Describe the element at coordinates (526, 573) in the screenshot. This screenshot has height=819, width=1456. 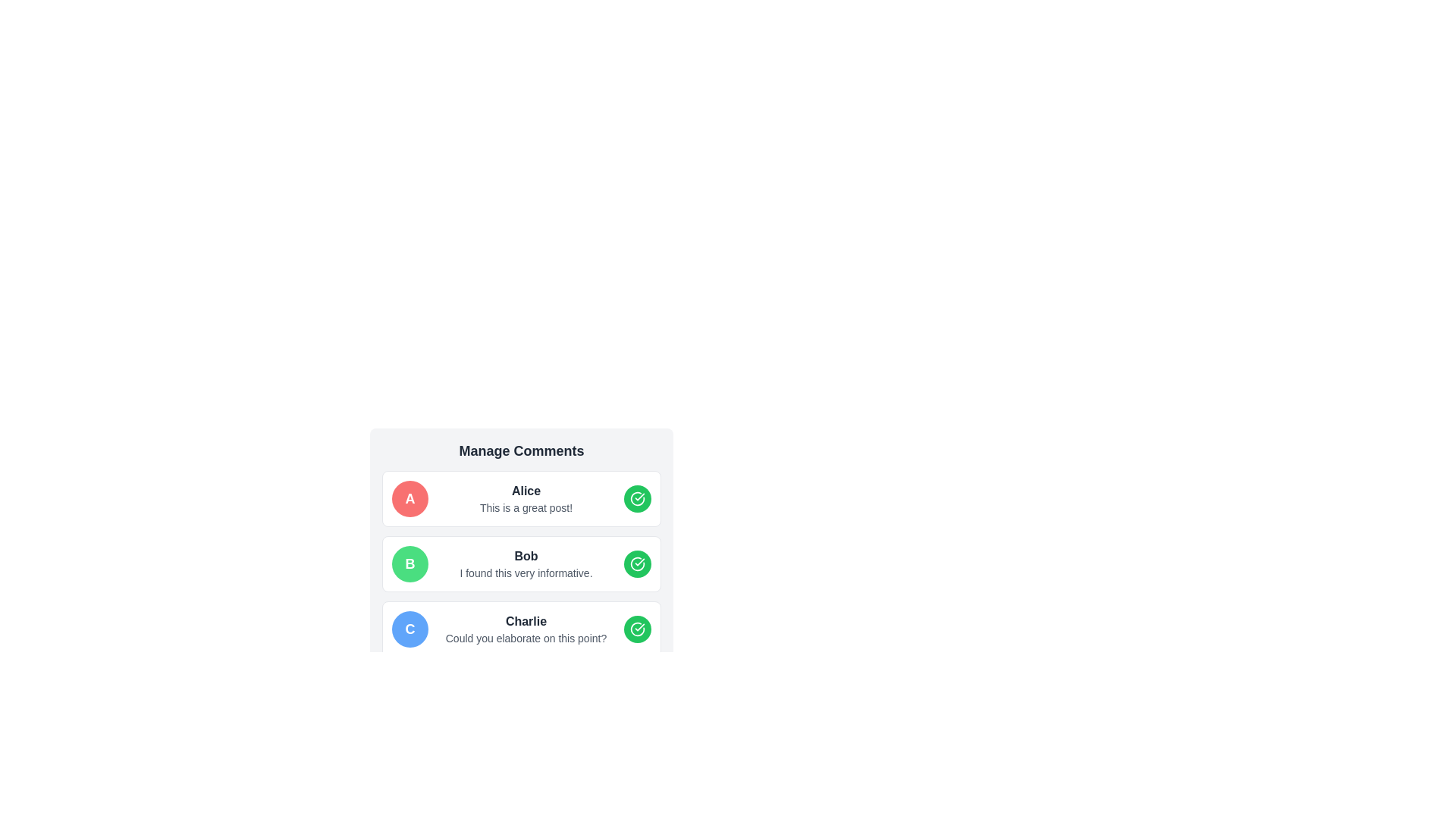
I see `content displayed in the Text Label located below the name 'Bob' in the second comment section of the 'Manage Comments' interface` at that location.